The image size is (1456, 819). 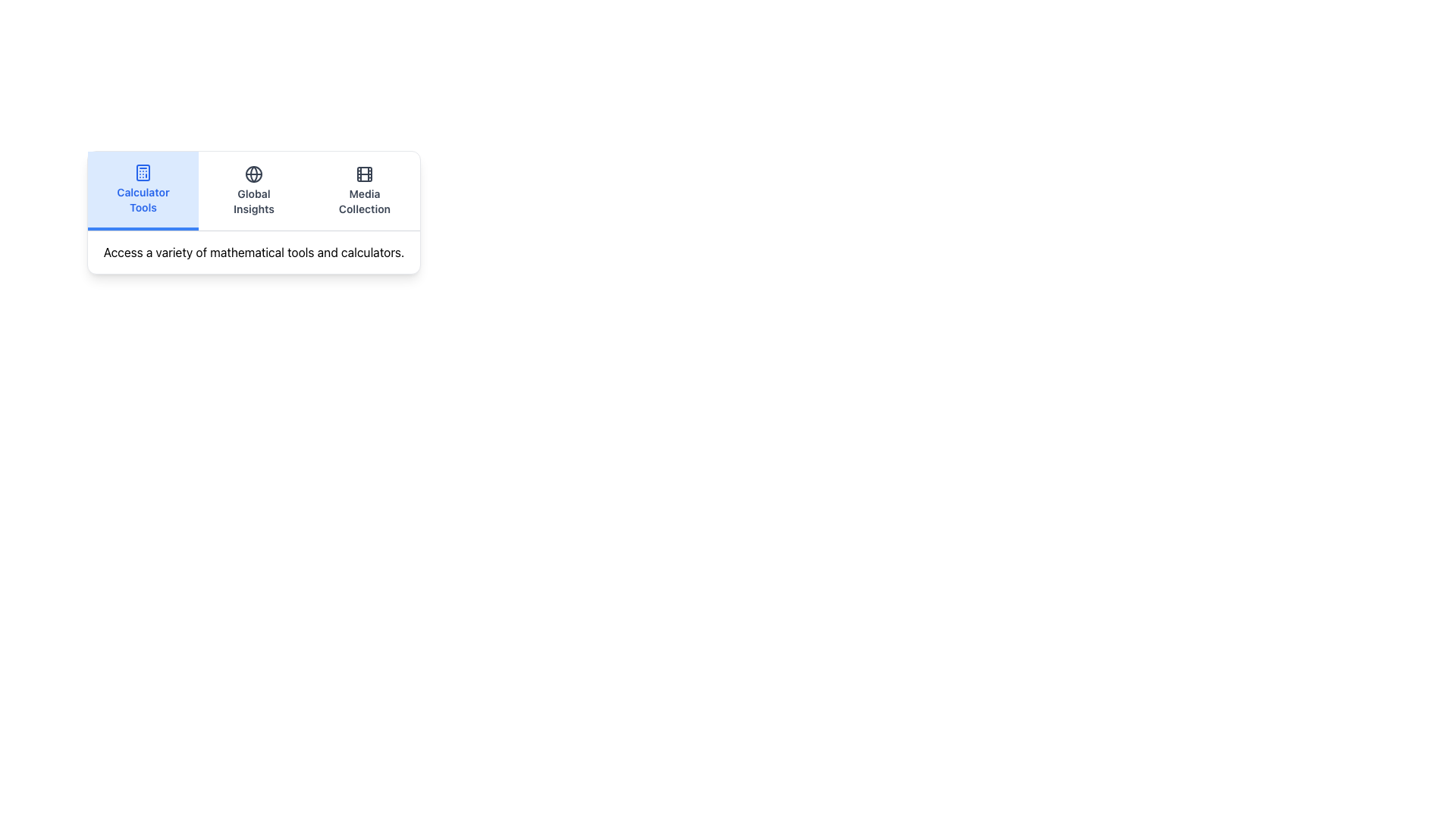 I want to click on text of the 'Media Collection' label, which is styled in a small font and located below the film strip icon in the navigation options, so click(x=364, y=201).